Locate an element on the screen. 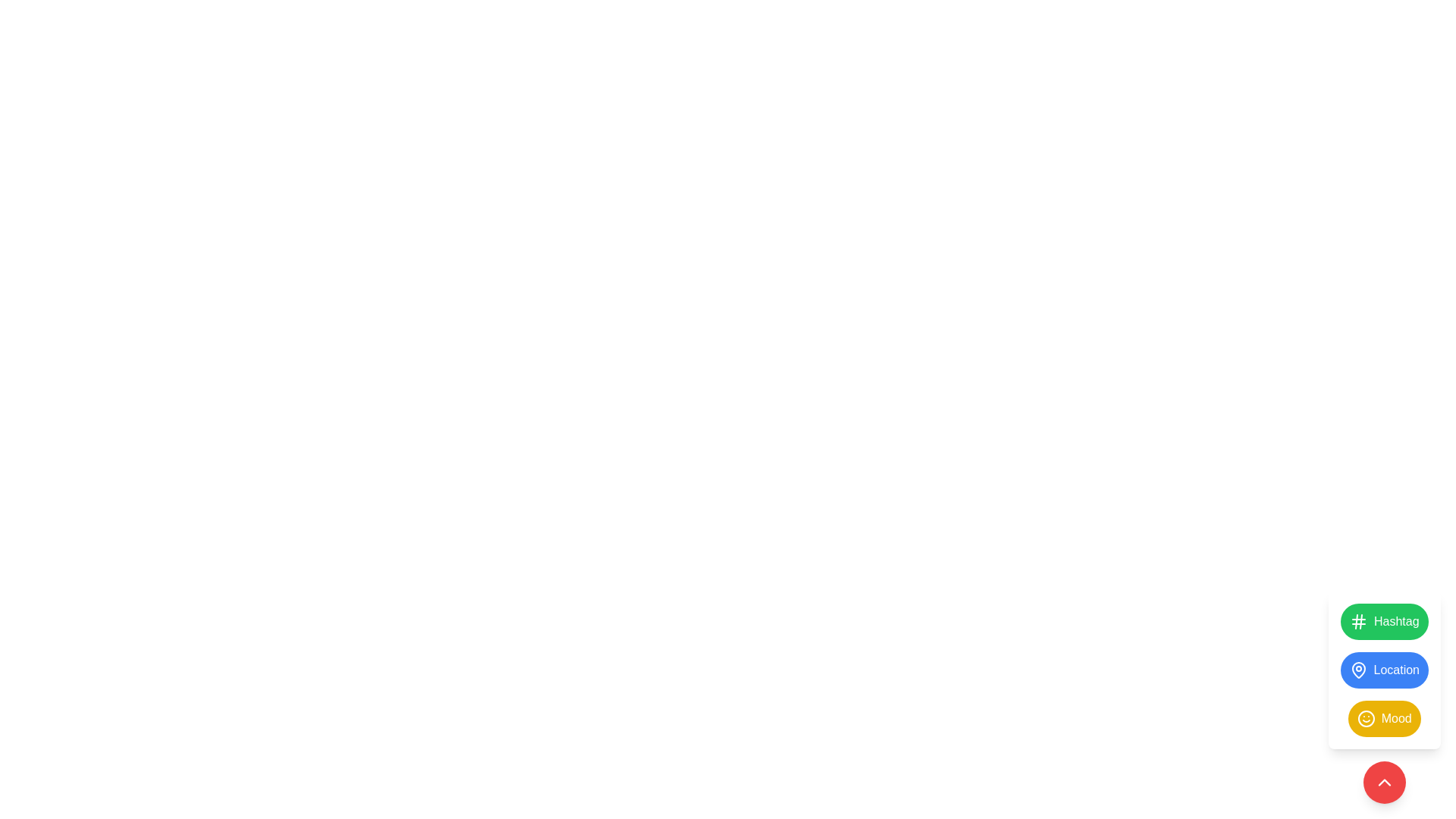 Image resolution: width=1456 pixels, height=819 pixels. the central circular part of the smiley face icon, which serves as the face outline of the graphic is located at coordinates (1366, 718).